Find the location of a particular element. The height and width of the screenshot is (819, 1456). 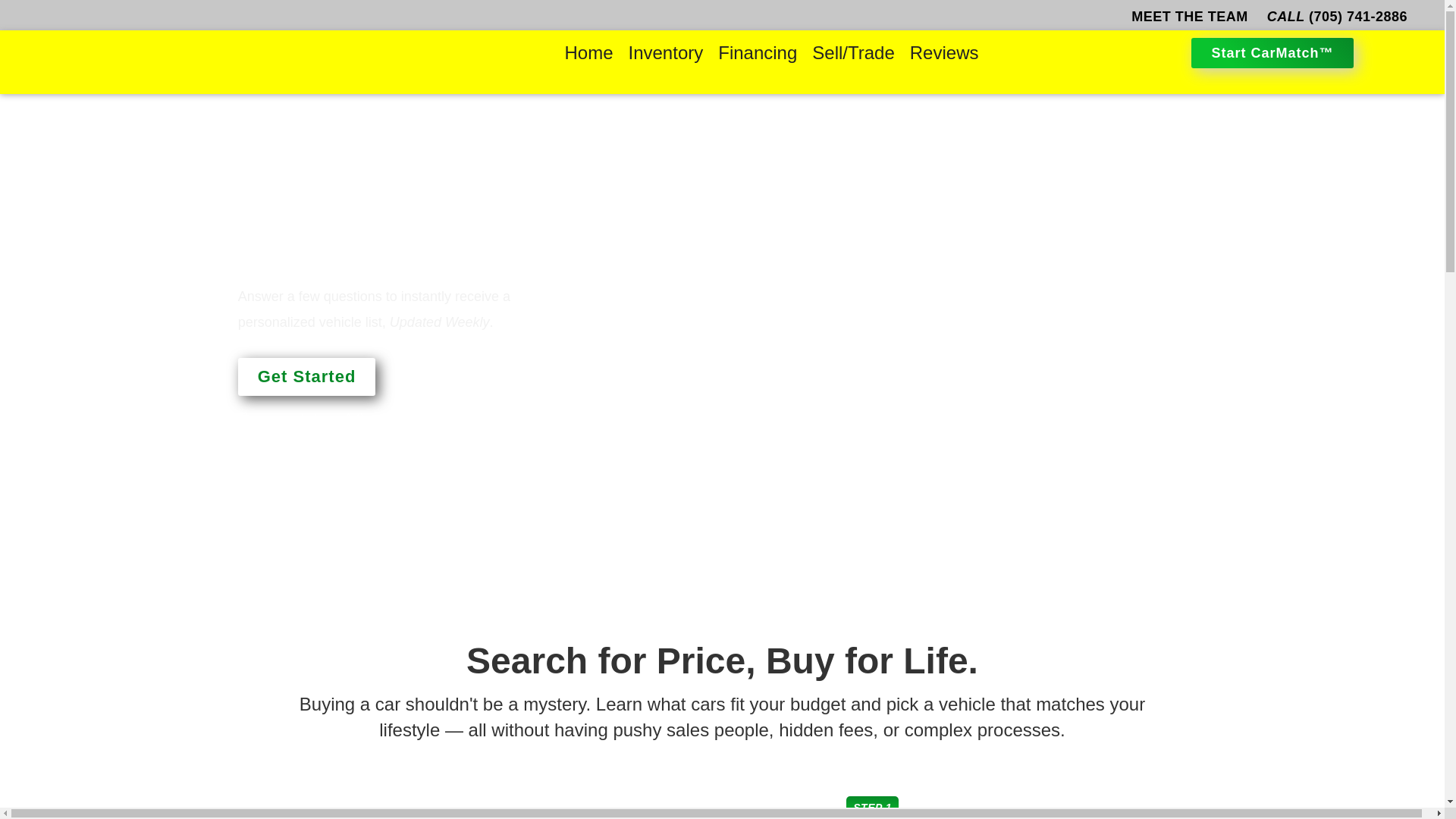

'CALL (705) 741-2886' is located at coordinates (1337, 17).